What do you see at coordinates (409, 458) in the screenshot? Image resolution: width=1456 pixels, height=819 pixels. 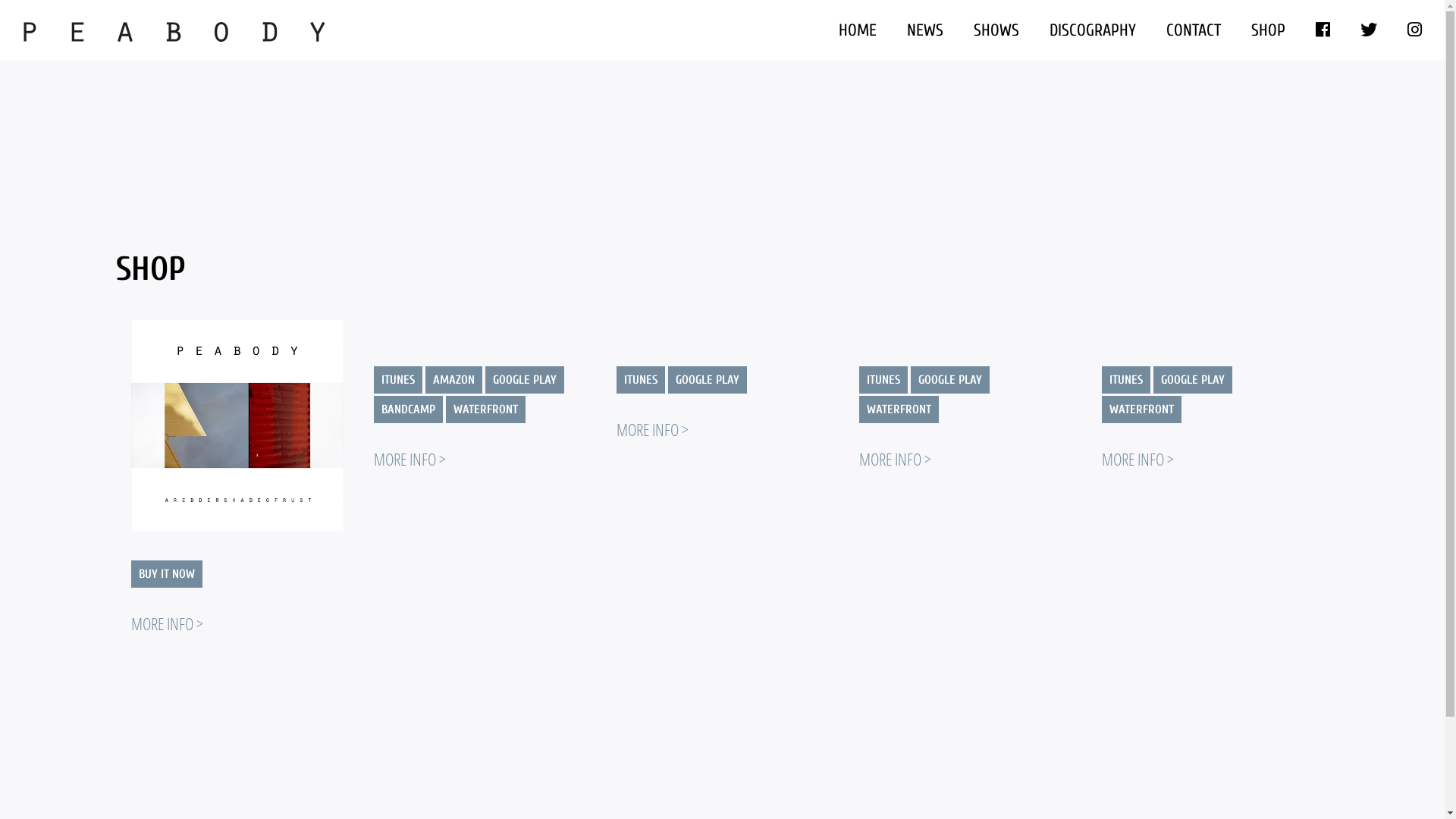 I see `'MORE INFO >'` at bounding box center [409, 458].